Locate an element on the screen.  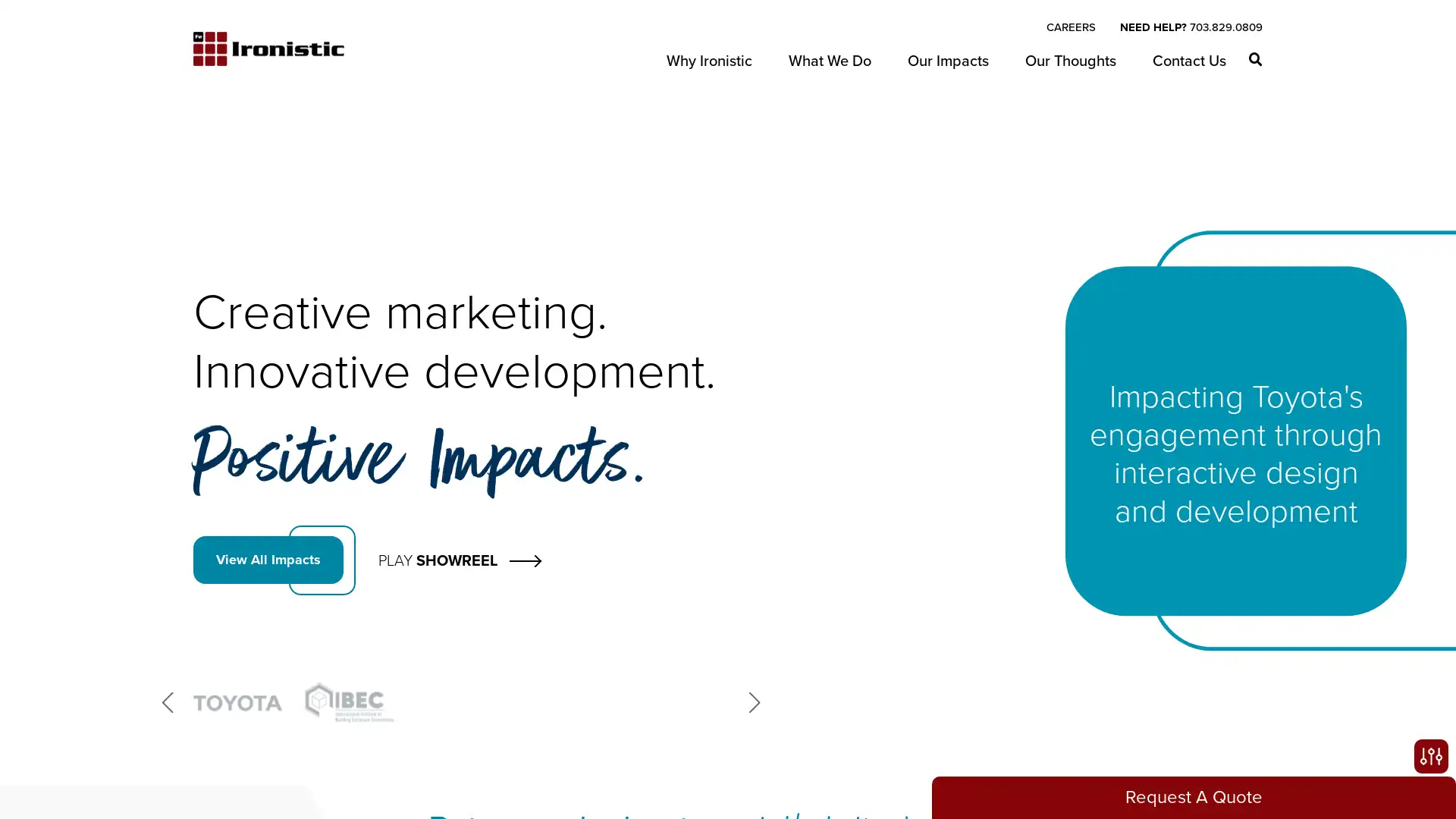
Open accessibility options, statement and help is located at coordinates (1423, 756).